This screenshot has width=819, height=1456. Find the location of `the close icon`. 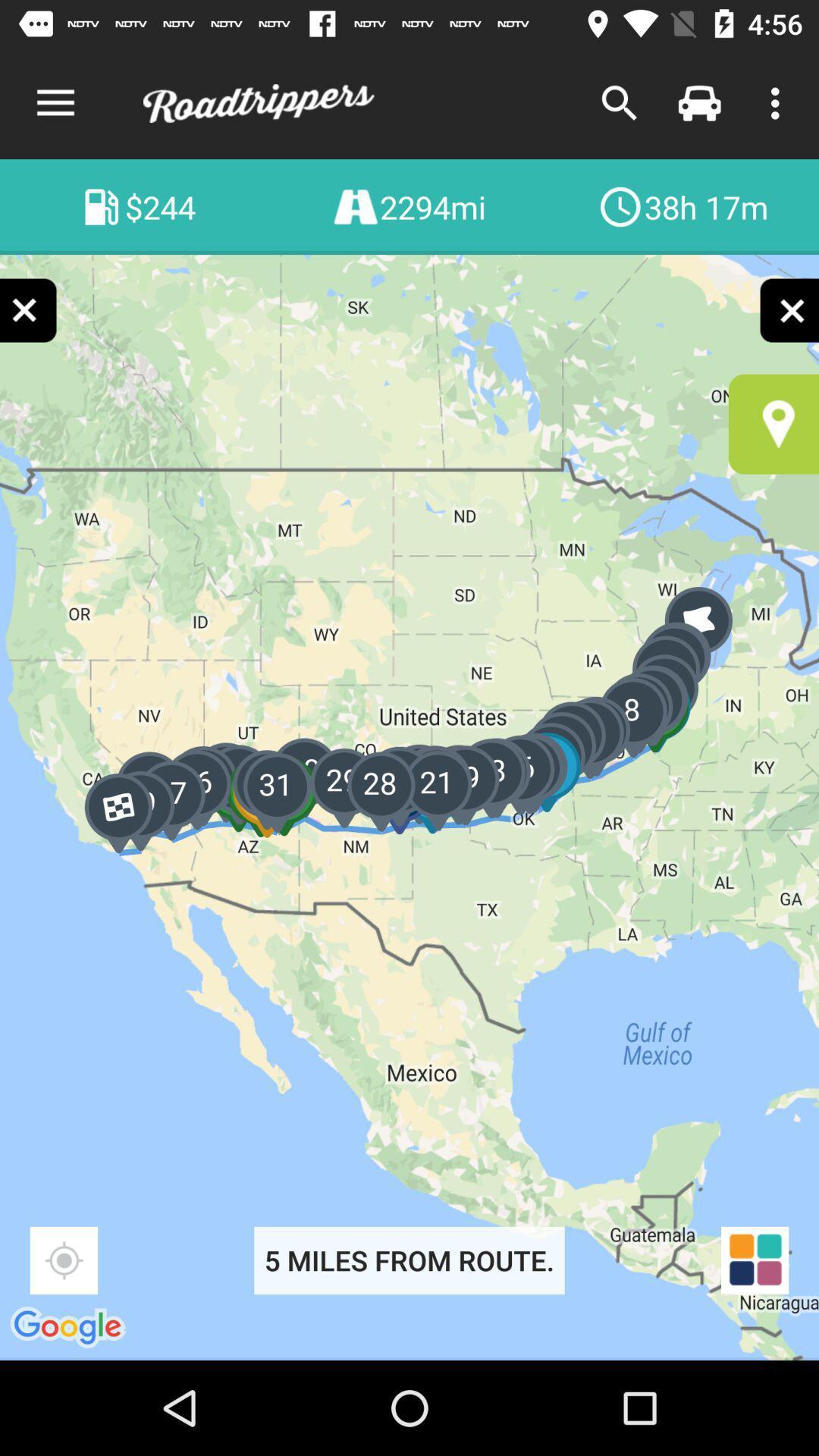

the close icon is located at coordinates (29, 309).